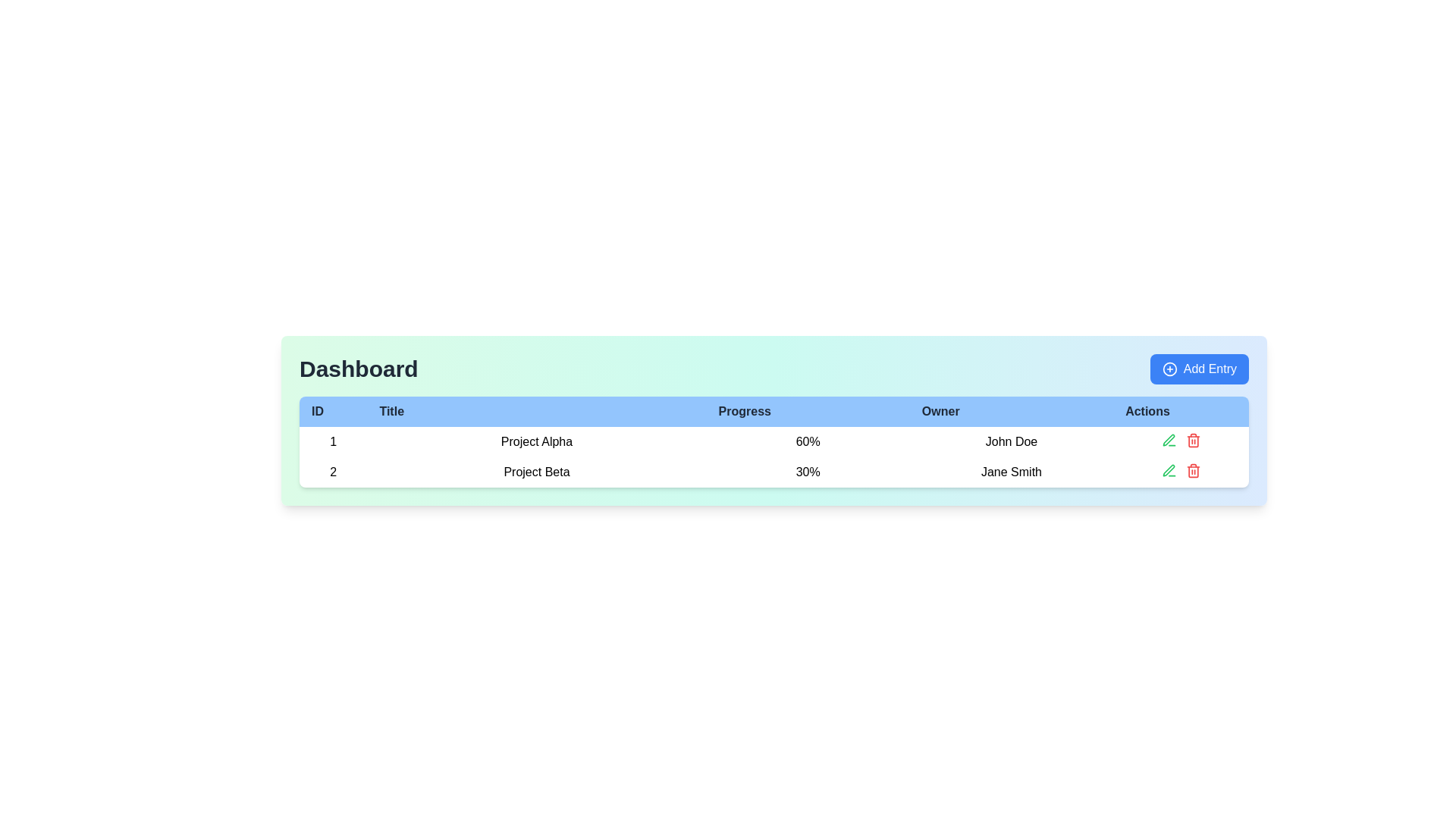 The height and width of the screenshot is (819, 1456). I want to click on the trash icon located in the second row of the 'Actions' table to trigger a tooltip or visual change, so click(1192, 471).